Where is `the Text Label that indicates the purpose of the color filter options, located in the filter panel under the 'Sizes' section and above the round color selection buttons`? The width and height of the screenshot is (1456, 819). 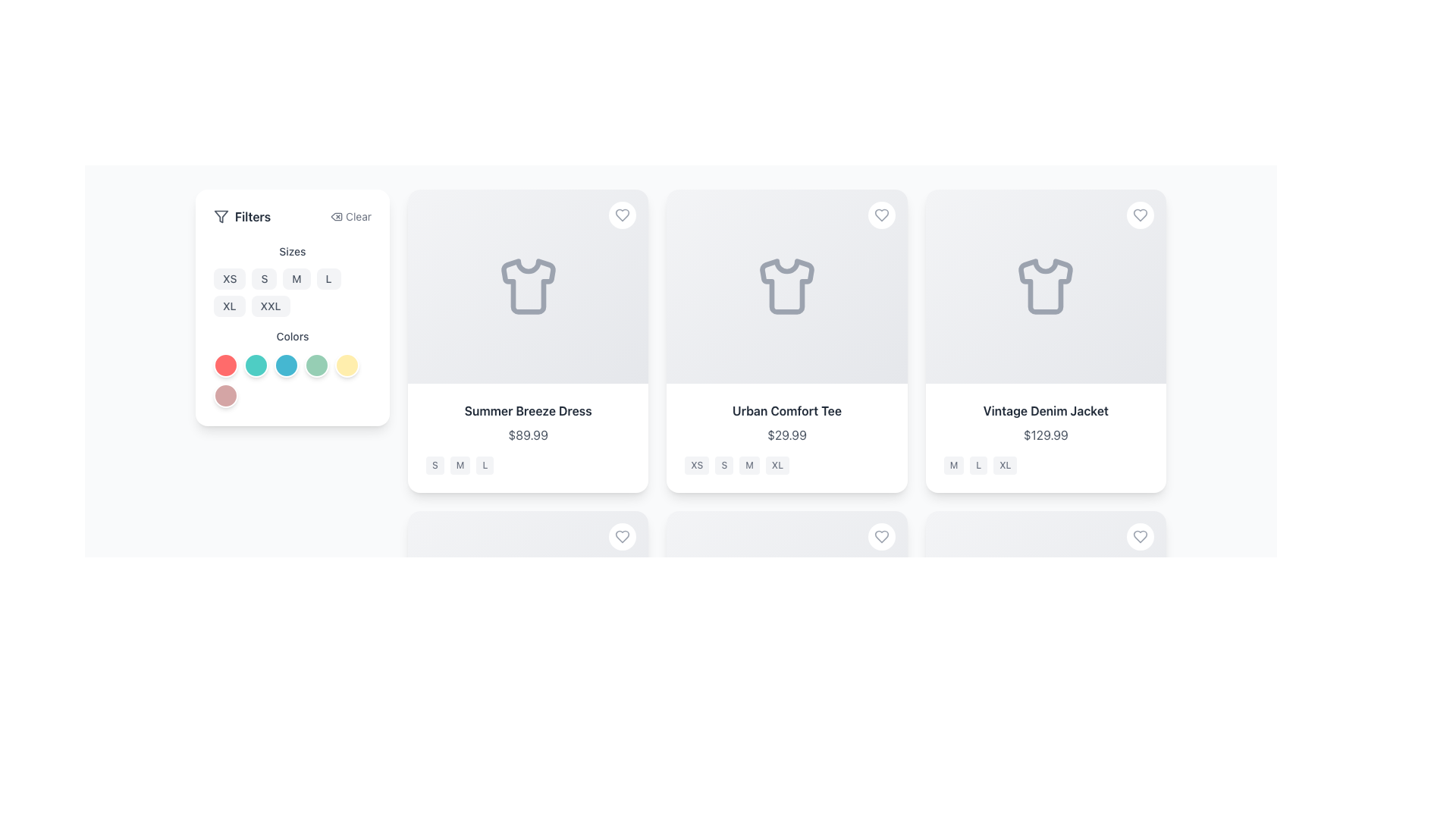
the Text Label that indicates the purpose of the color filter options, located in the filter panel under the 'Sizes' section and above the round color selection buttons is located at coordinates (292, 335).